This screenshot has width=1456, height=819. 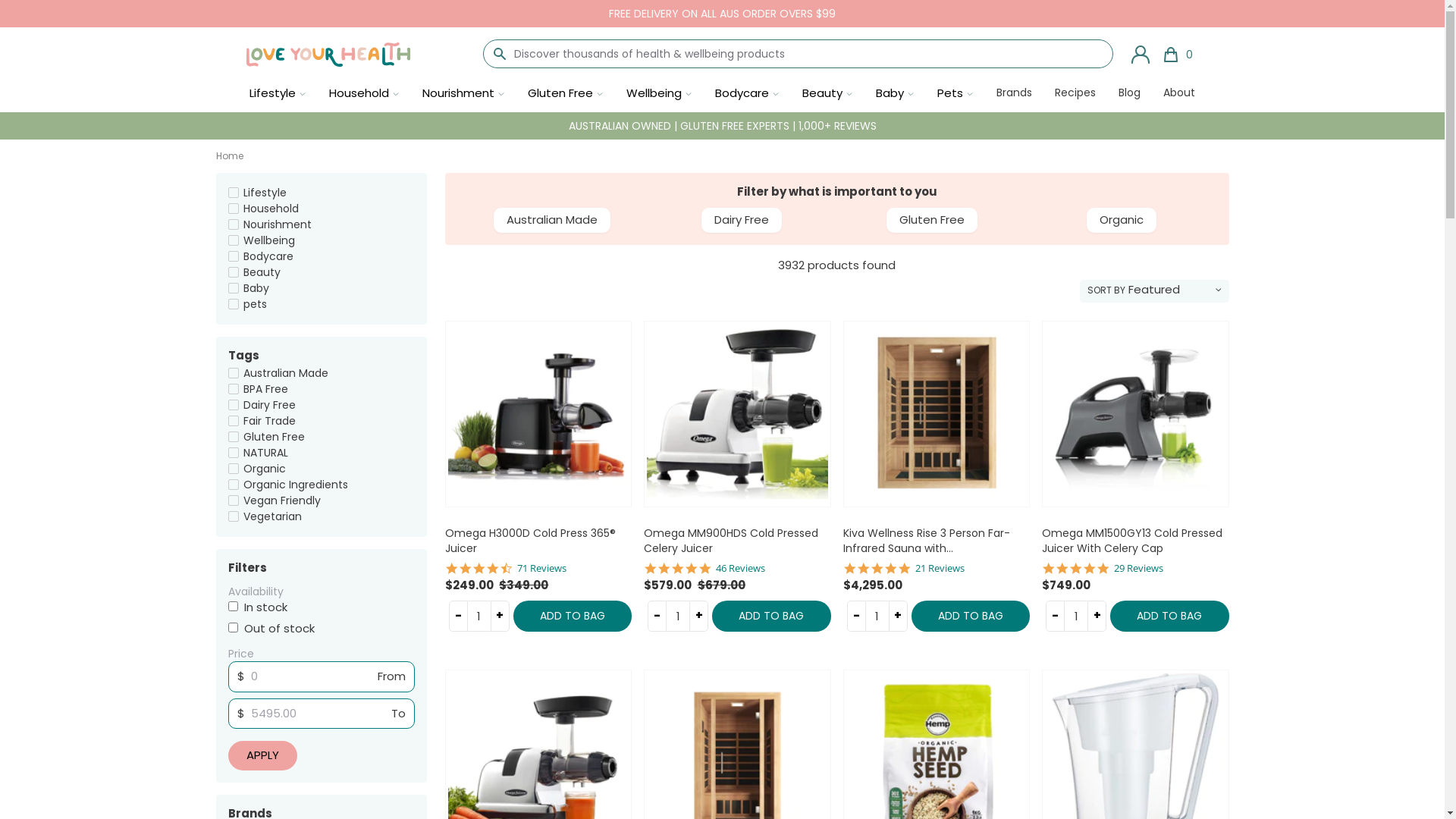 I want to click on 'Household', so click(x=243, y=208).